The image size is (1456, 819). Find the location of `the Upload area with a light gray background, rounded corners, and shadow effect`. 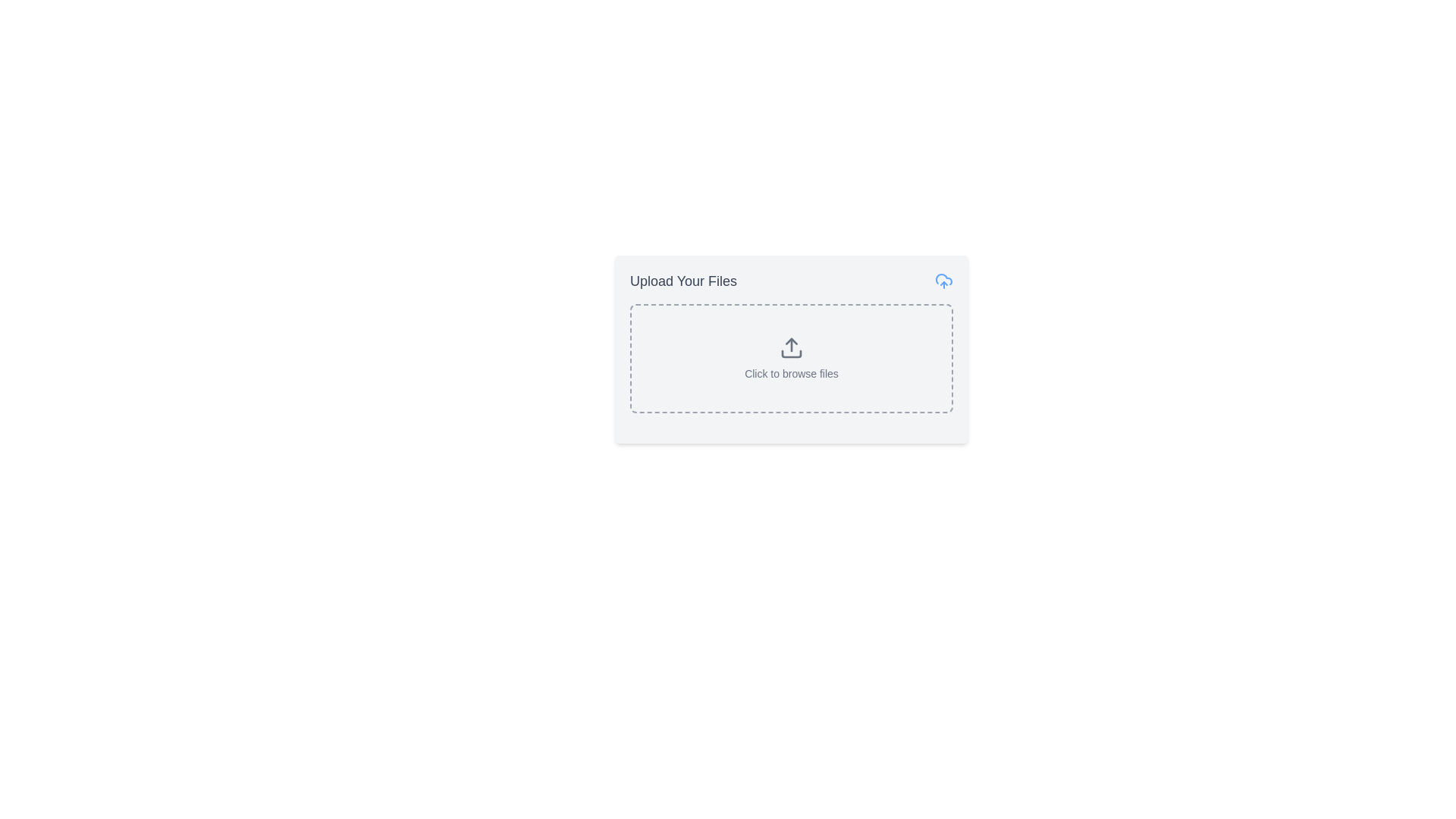

the Upload area with a light gray background, rounded corners, and shadow effect is located at coordinates (790, 350).